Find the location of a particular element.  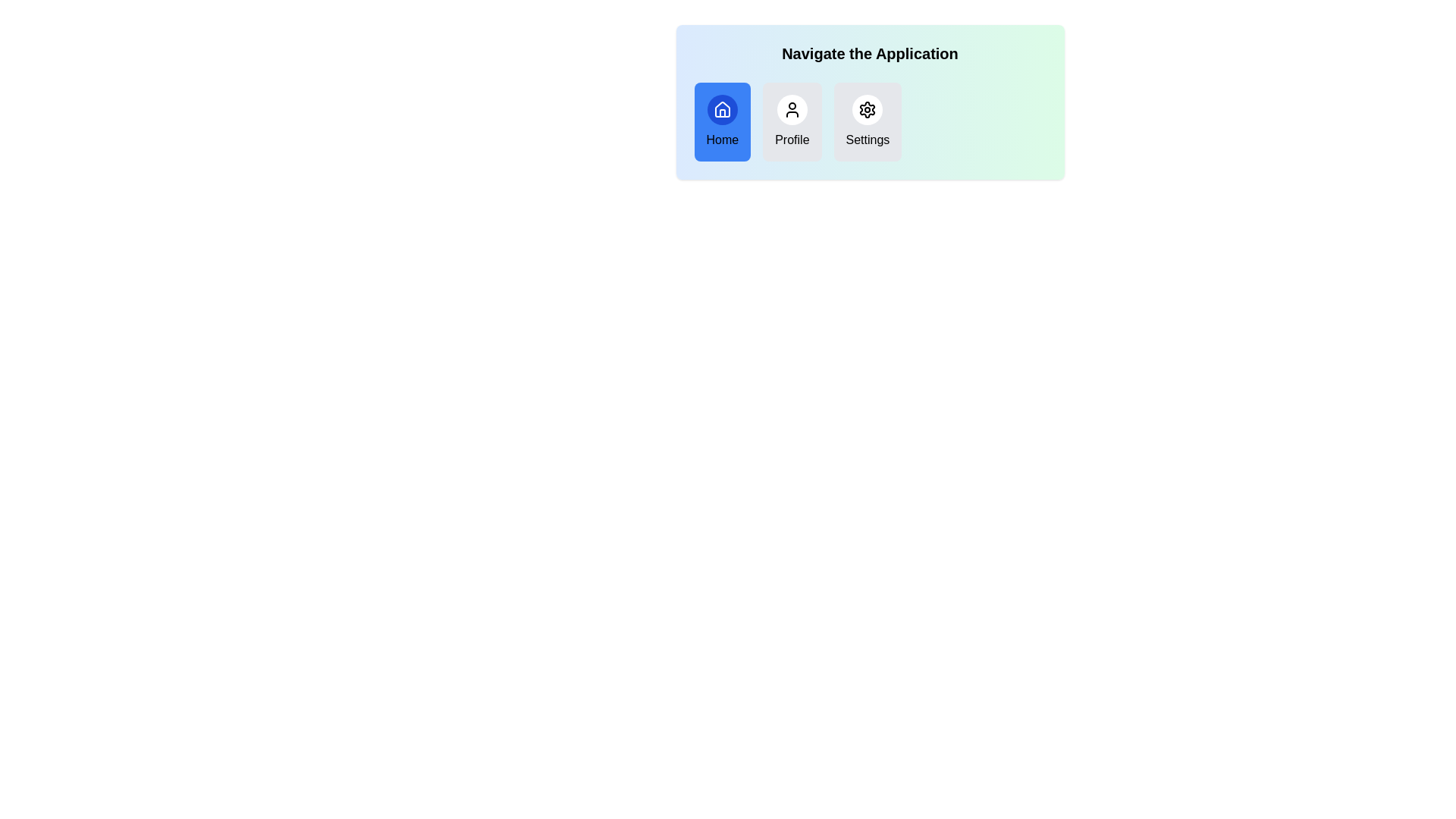

the navigation item Home is located at coordinates (721, 121).